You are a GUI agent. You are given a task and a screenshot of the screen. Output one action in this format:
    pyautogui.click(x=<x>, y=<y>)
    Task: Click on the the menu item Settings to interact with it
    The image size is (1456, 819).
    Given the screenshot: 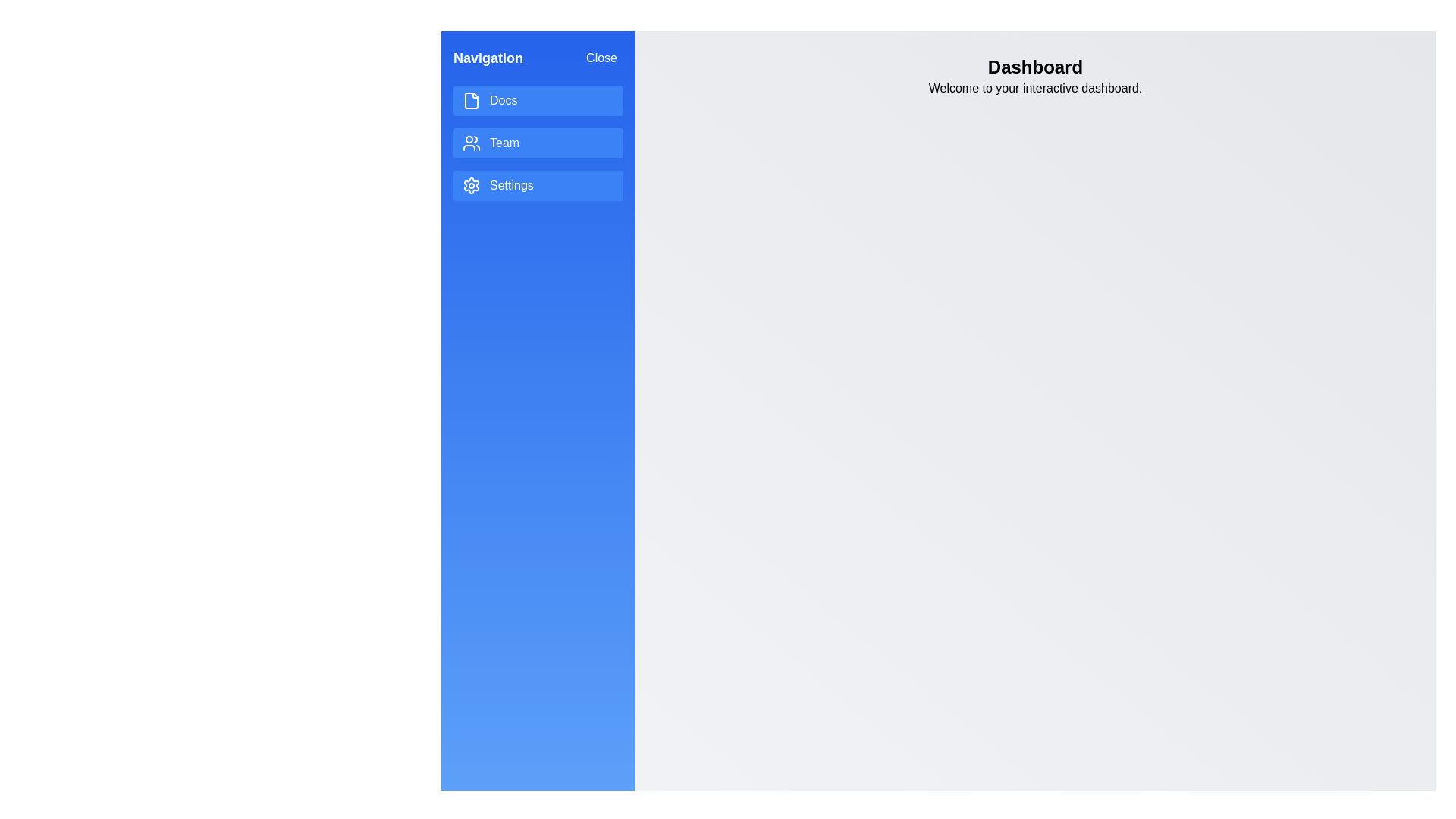 What is the action you would take?
    pyautogui.click(x=538, y=185)
    